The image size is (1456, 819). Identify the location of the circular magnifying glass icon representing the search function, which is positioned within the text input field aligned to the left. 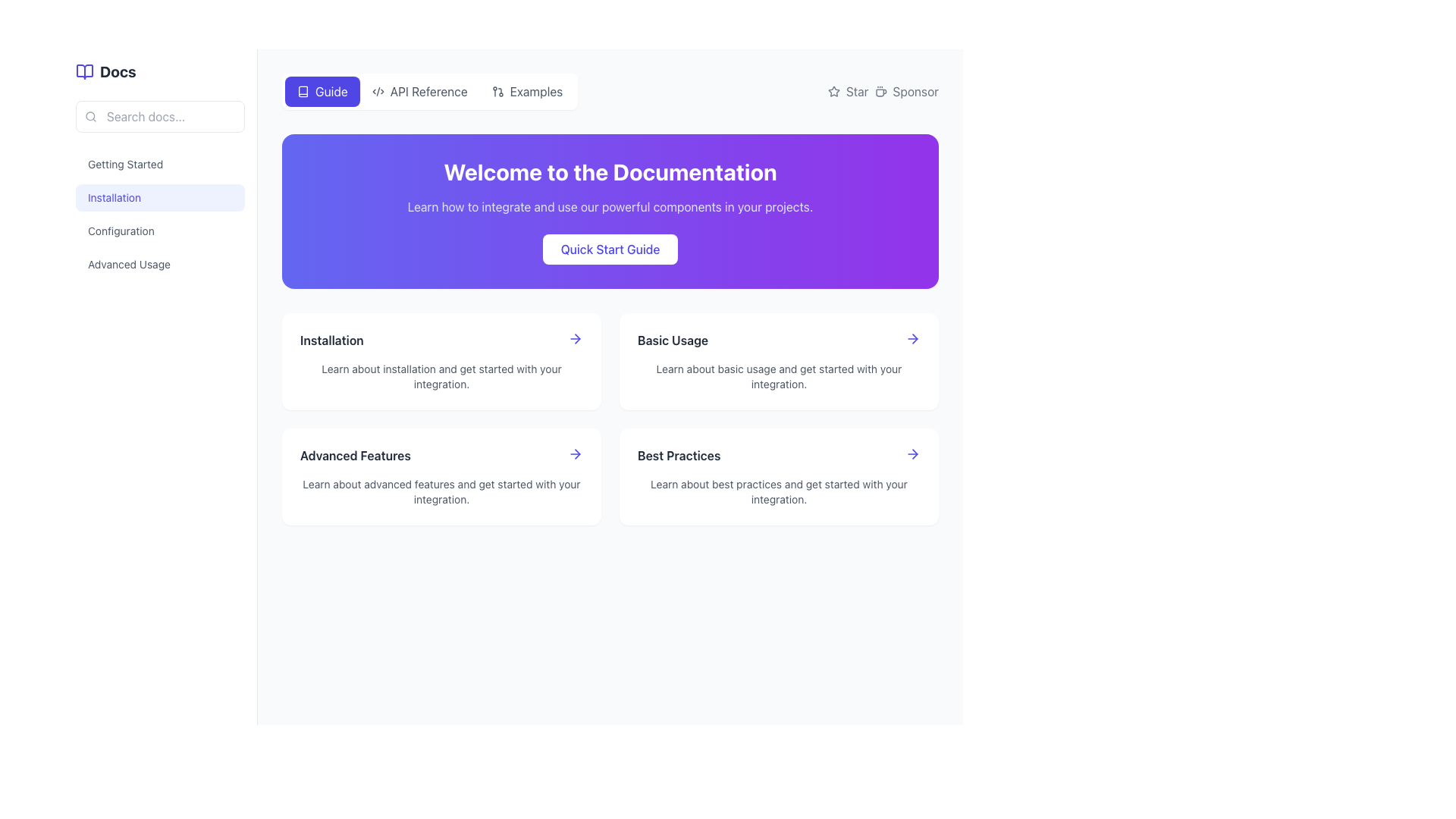
(90, 116).